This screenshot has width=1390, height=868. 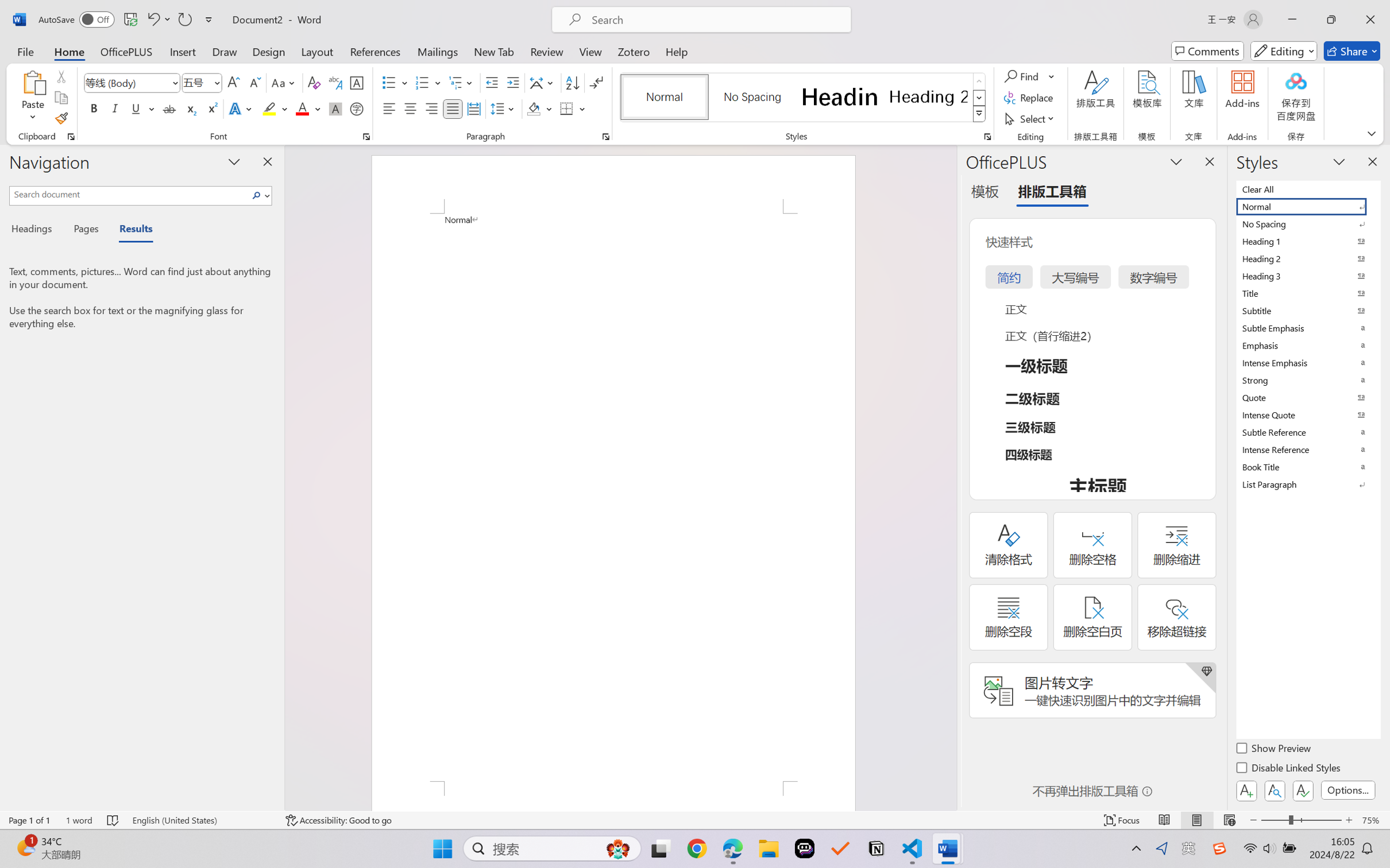 I want to click on 'View', so click(x=590, y=51).